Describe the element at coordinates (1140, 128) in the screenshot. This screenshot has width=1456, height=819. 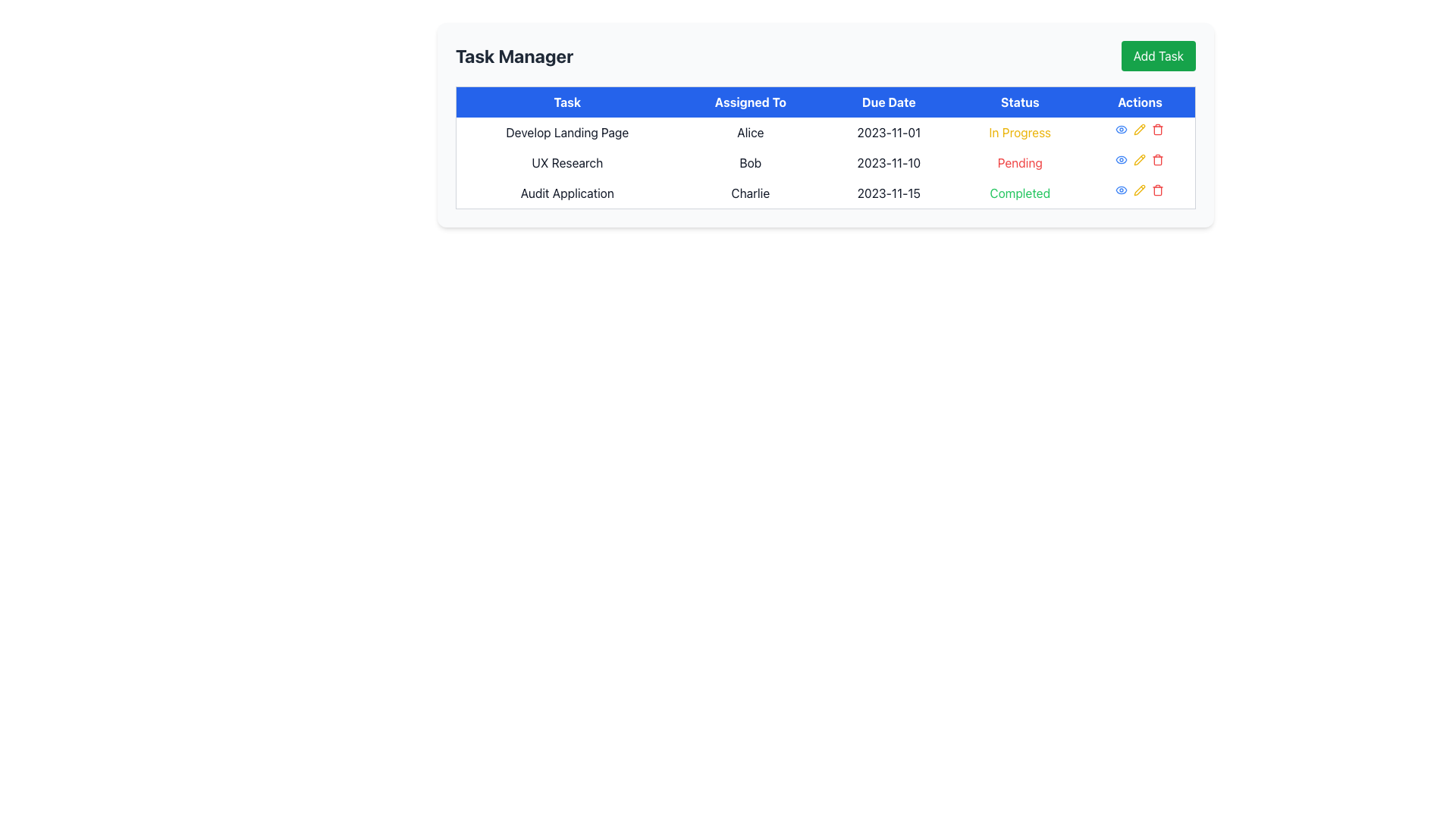
I see `the yellow pencil icon representing the editing action located under the 'Actions' column for the 'Develop Landing Page' task` at that location.